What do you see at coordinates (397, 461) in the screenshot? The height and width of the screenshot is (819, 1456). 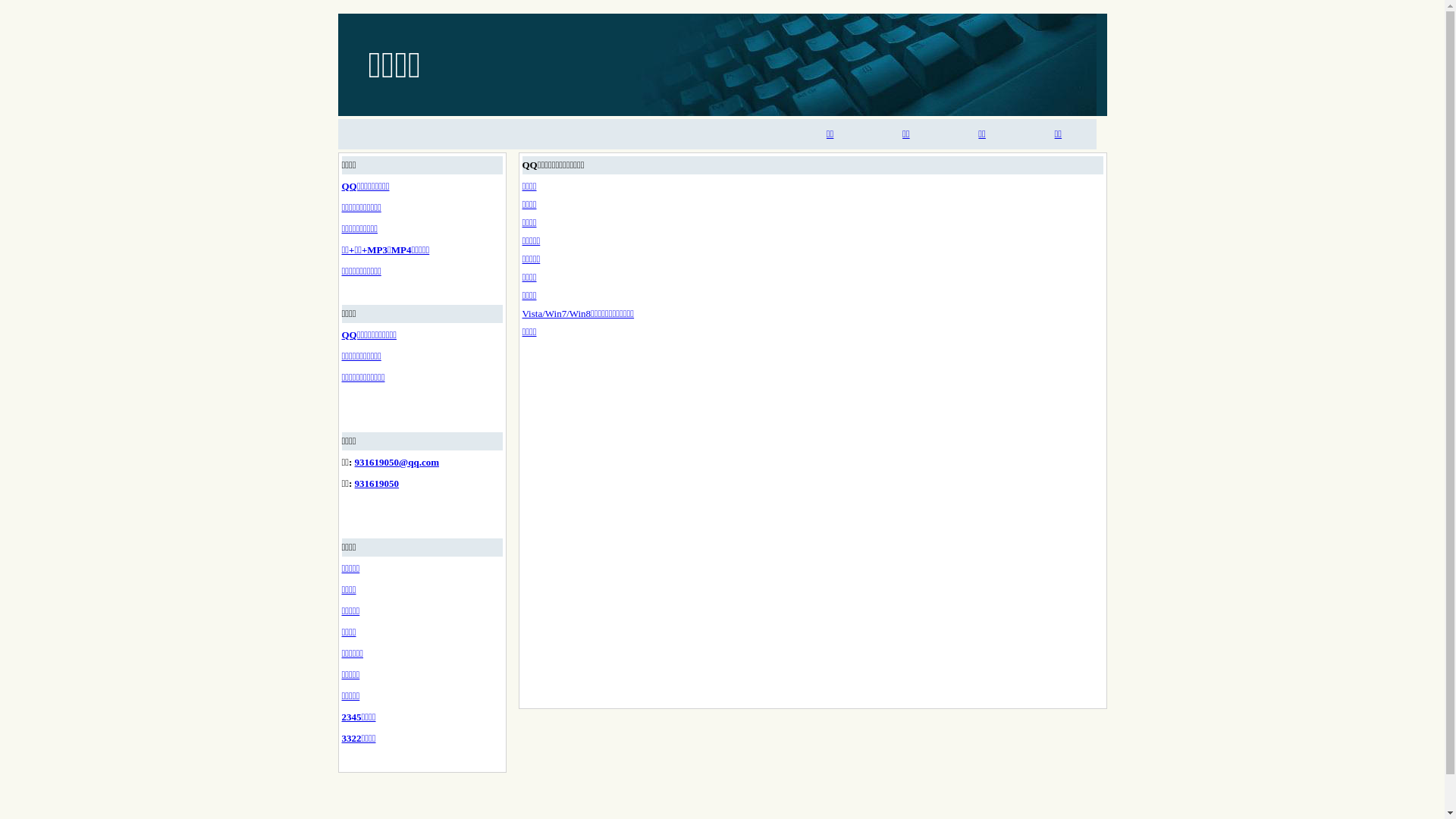 I see `'931619050@qq.com'` at bounding box center [397, 461].